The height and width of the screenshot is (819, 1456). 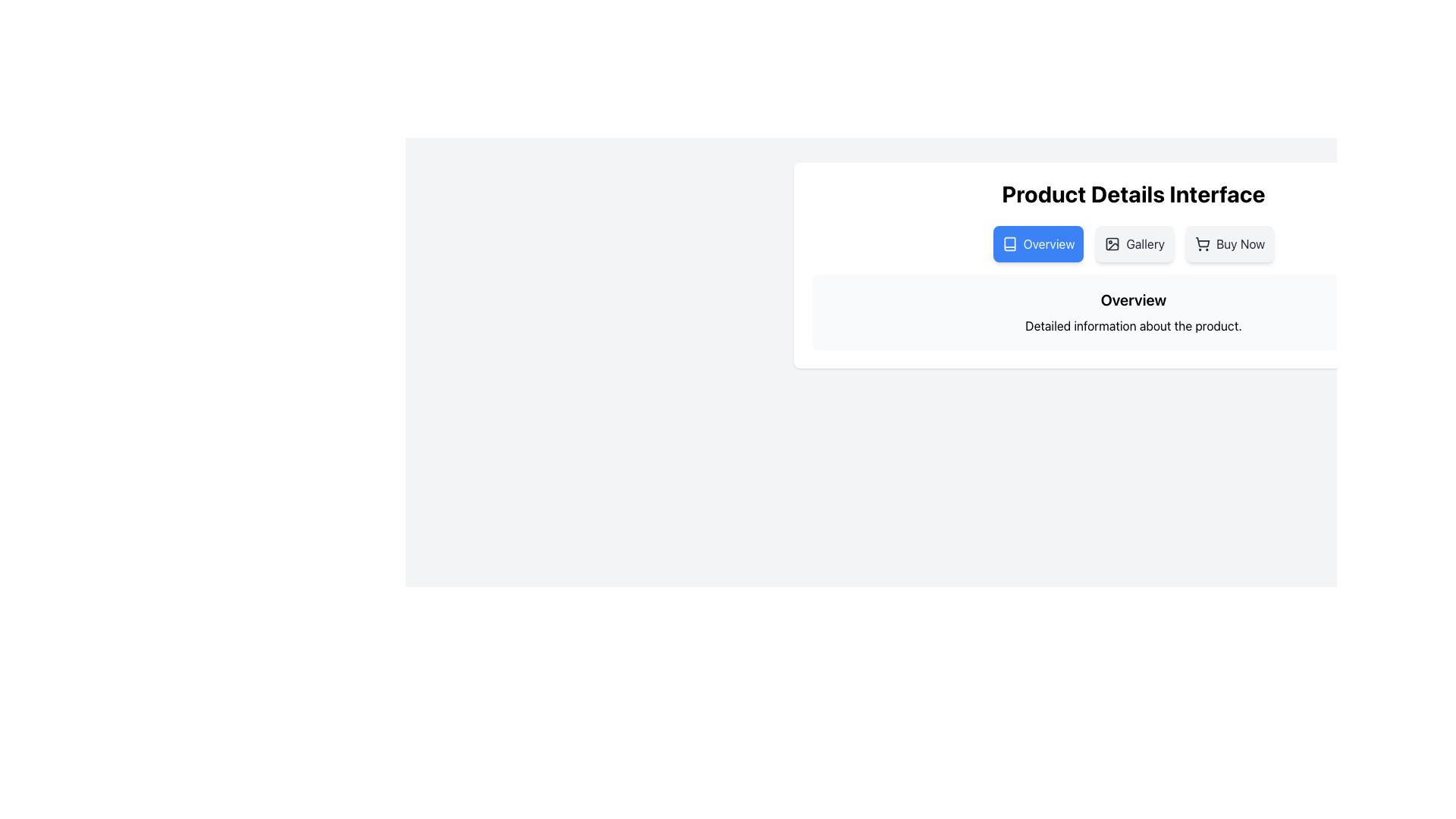 I want to click on the shopping cart icon which is the first graphical element in the 'Buy Now' button group located to the left of the button, so click(x=1202, y=243).